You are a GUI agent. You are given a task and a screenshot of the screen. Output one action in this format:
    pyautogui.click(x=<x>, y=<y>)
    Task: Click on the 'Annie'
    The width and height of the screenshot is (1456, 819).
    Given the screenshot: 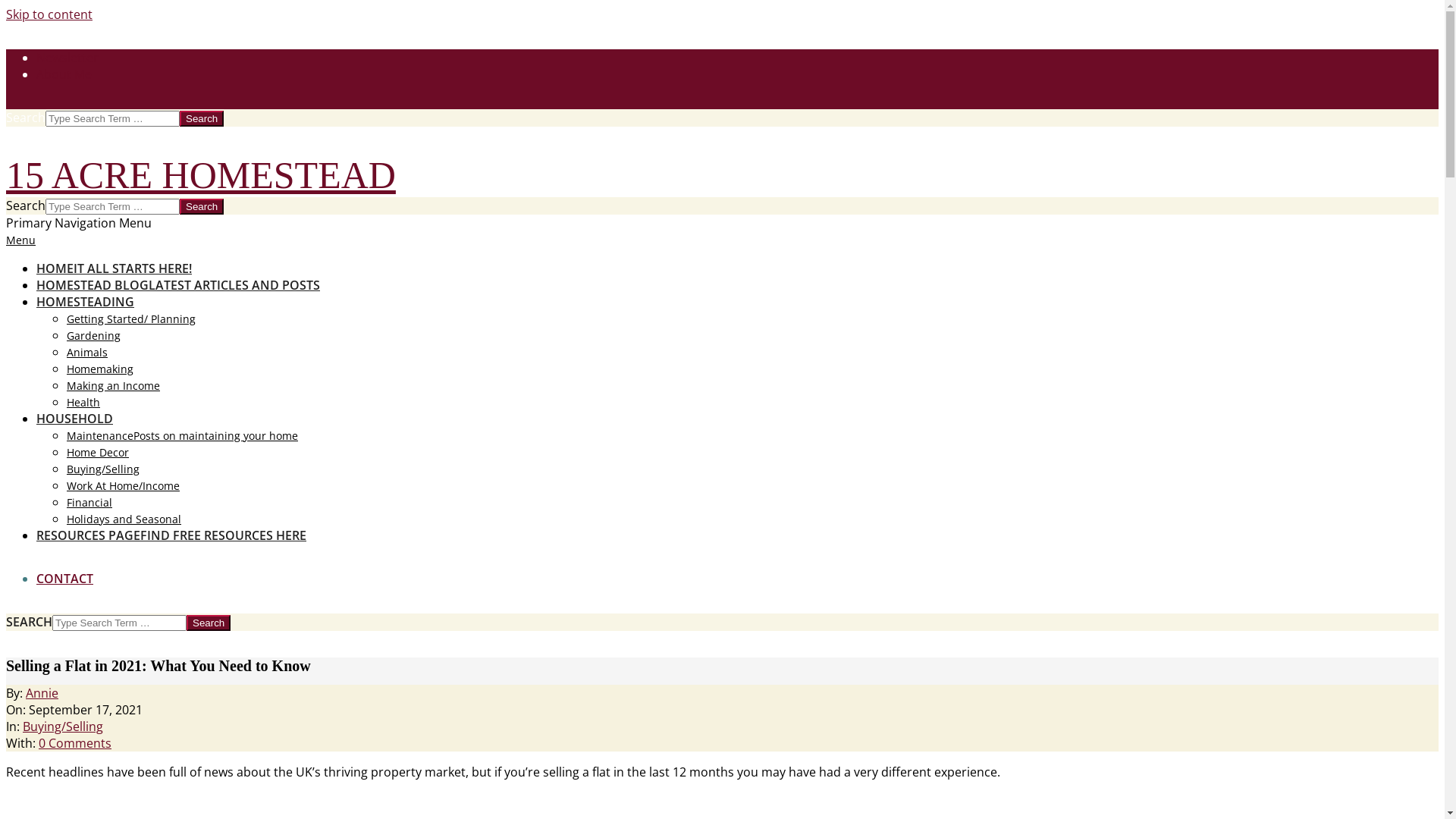 What is the action you would take?
    pyautogui.click(x=42, y=693)
    